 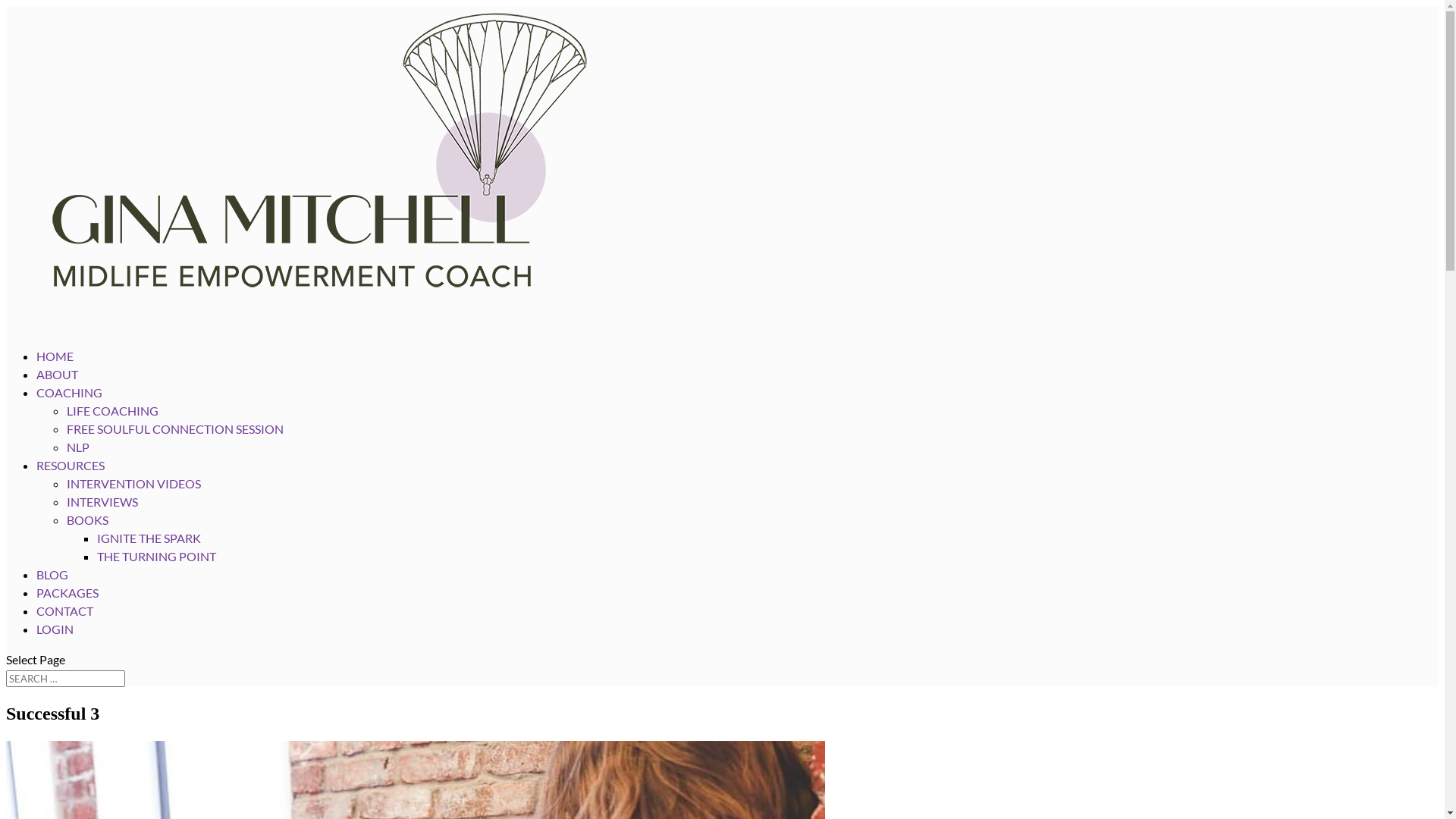 What do you see at coordinates (101, 501) in the screenshot?
I see `'INTERVIEWS'` at bounding box center [101, 501].